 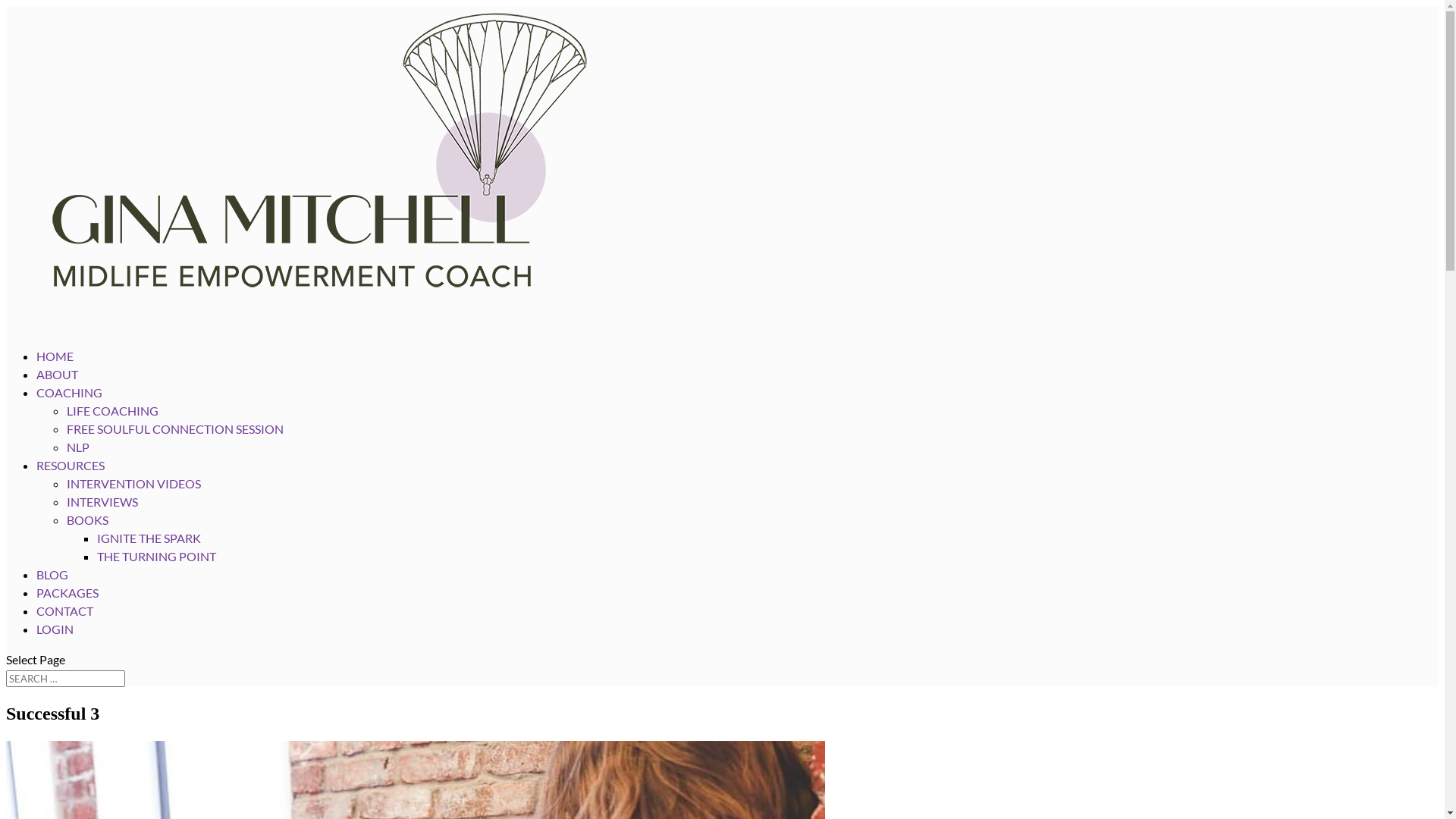 What do you see at coordinates (101, 501) in the screenshot?
I see `'INTERVIEWS'` at bounding box center [101, 501].